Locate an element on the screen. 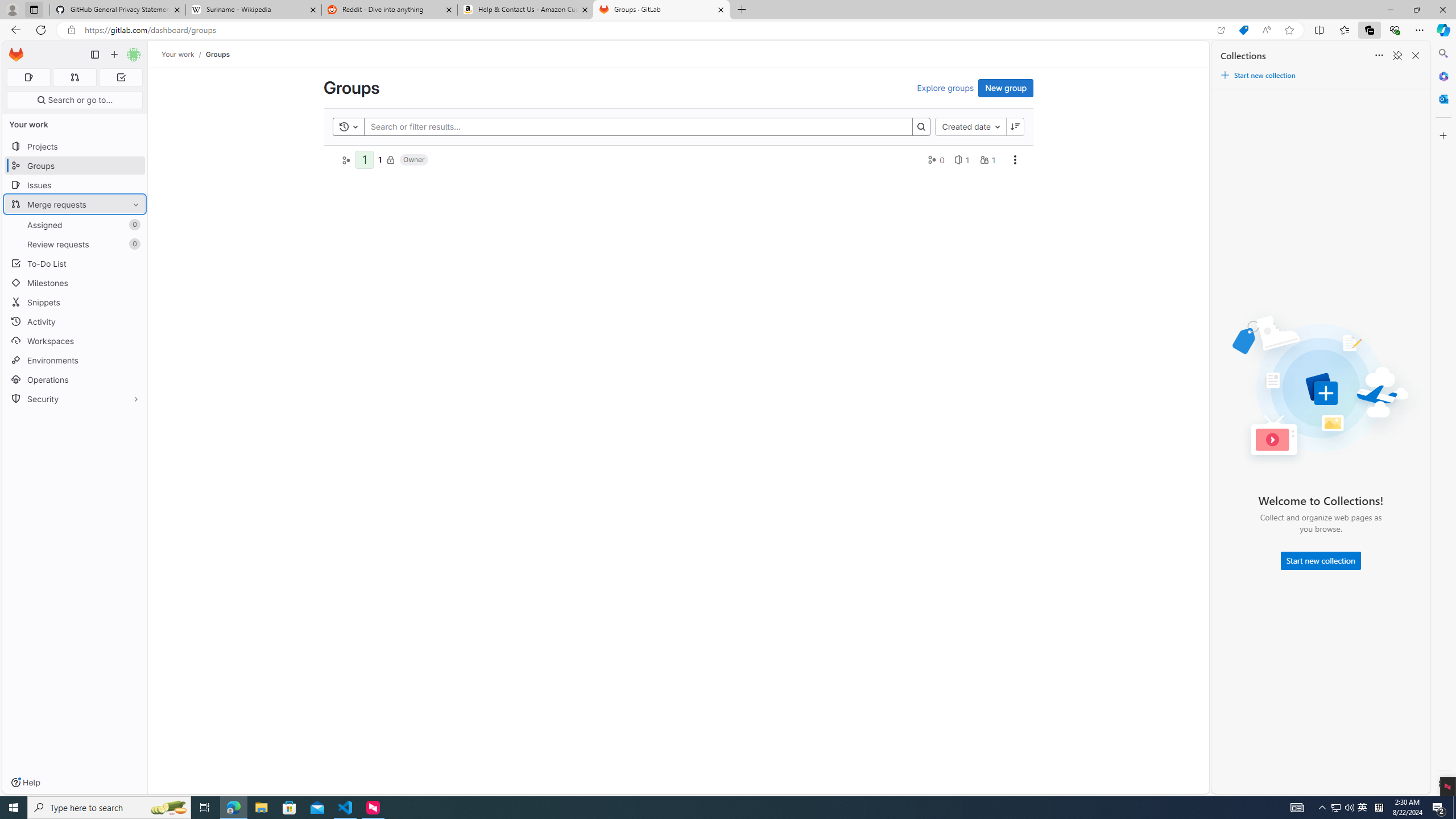  'Merge requests' is located at coordinates (74, 204).